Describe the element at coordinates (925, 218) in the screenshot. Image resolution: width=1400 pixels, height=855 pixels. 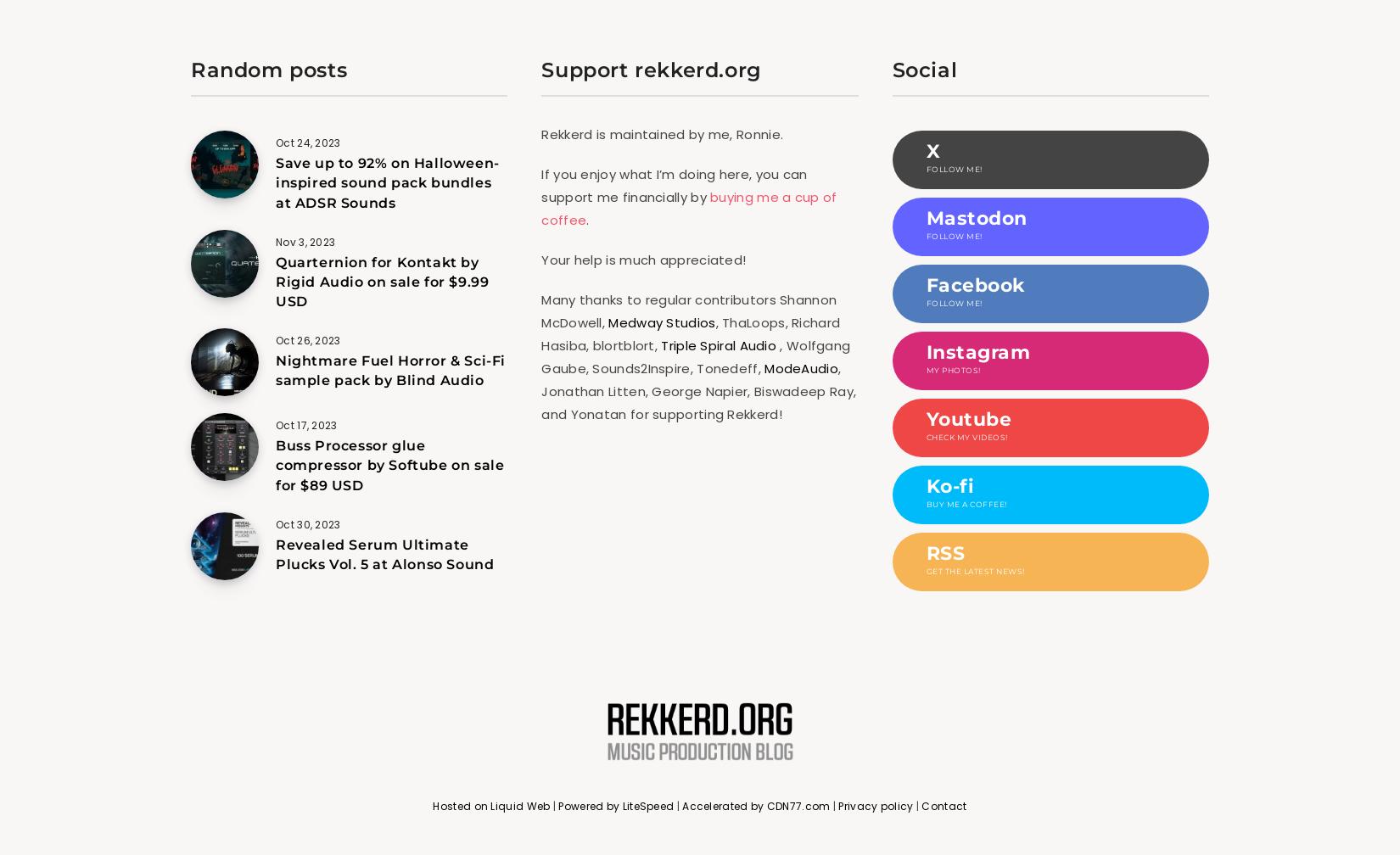
I see `'Mastodon'` at that location.